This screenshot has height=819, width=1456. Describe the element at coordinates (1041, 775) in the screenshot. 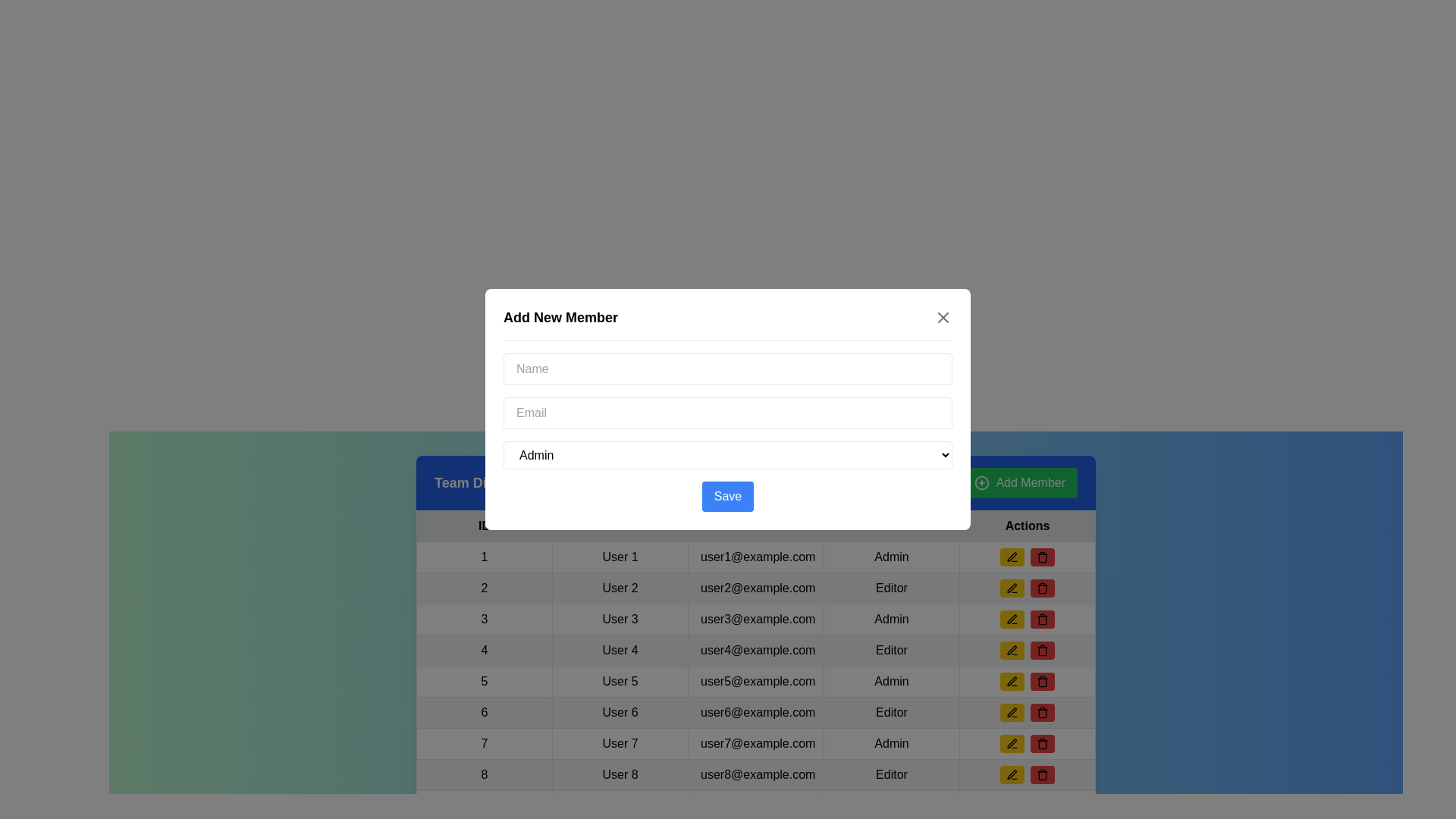

I see `the delete button located on the far right of its row in the table to change its color` at that location.